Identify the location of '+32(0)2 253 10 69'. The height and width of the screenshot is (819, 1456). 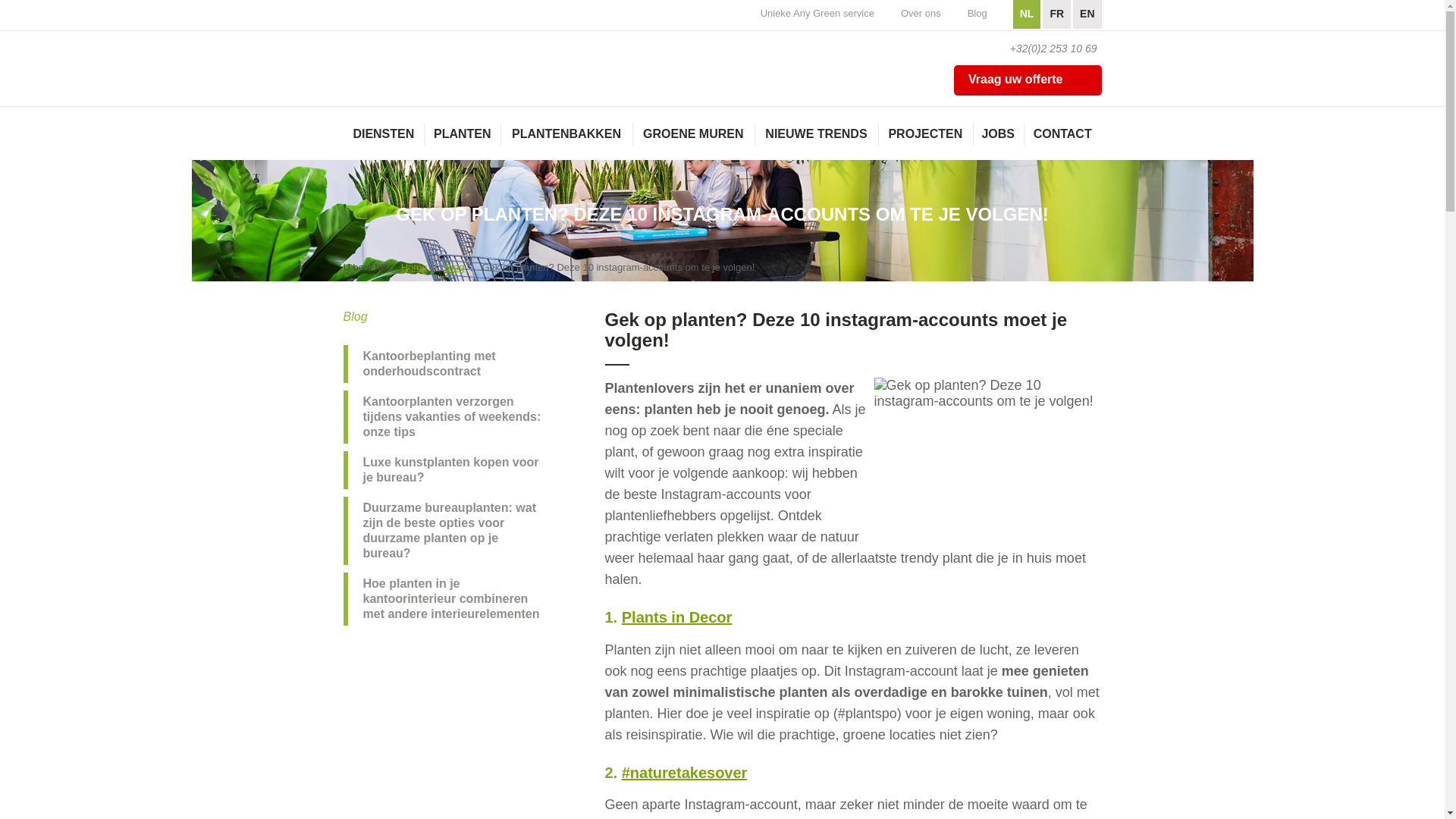
(1044, 48).